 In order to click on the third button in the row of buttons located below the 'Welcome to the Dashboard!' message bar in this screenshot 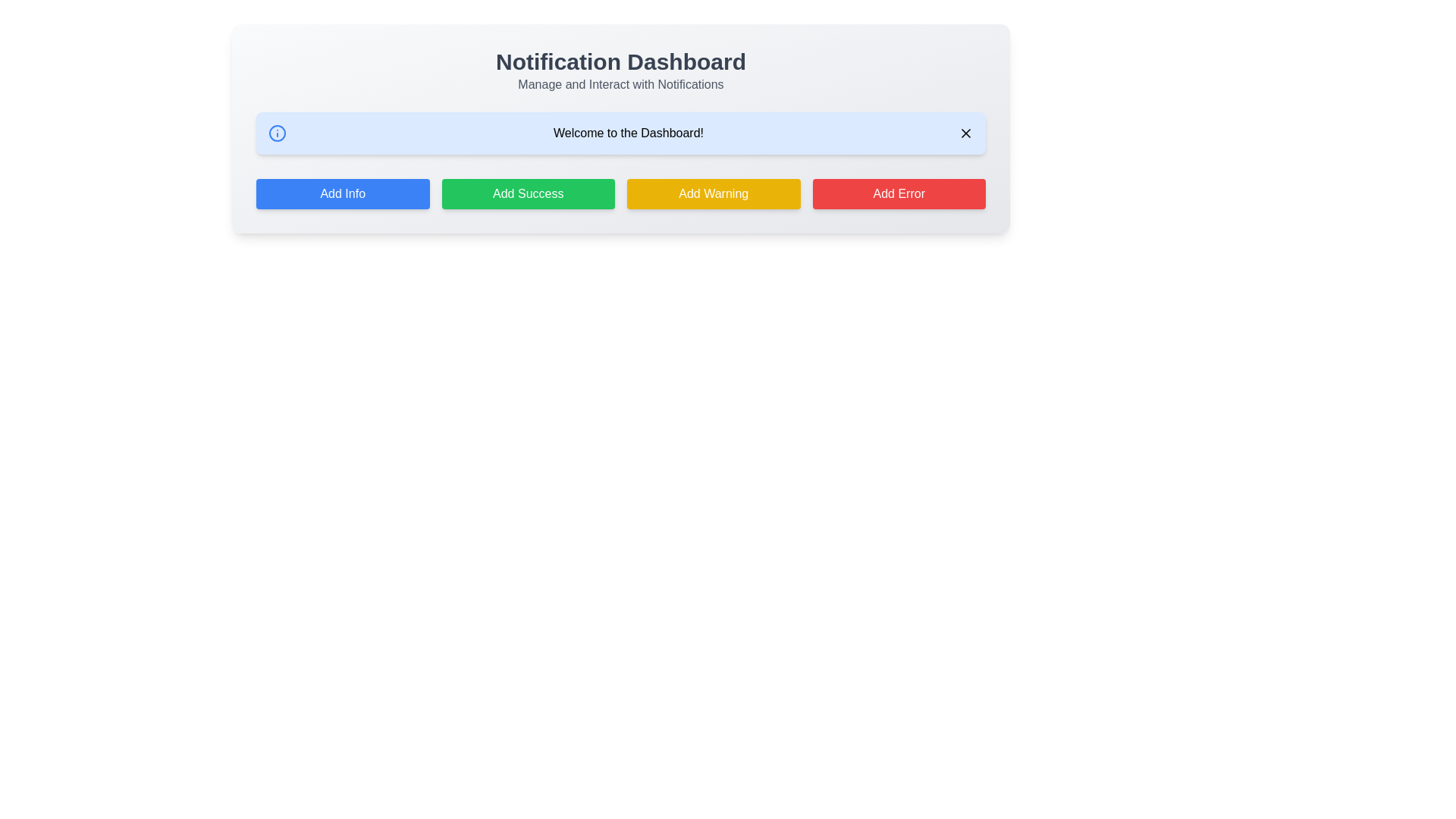, I will do `click(713, 193)`.